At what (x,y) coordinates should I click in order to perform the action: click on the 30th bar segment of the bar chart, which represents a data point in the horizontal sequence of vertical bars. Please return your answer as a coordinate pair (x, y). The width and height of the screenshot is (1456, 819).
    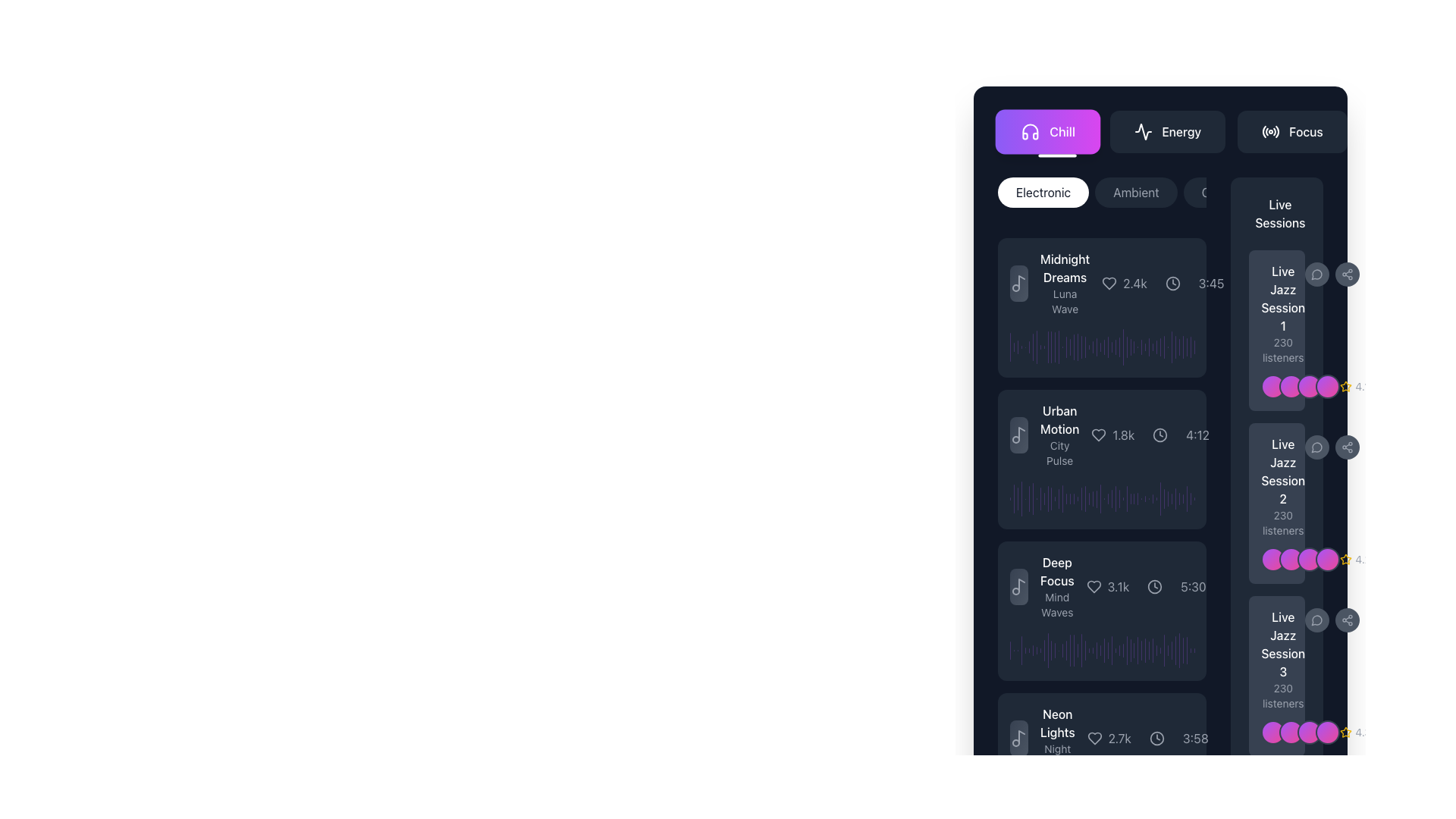
    Looking at the image, I should click on (1134, 347).